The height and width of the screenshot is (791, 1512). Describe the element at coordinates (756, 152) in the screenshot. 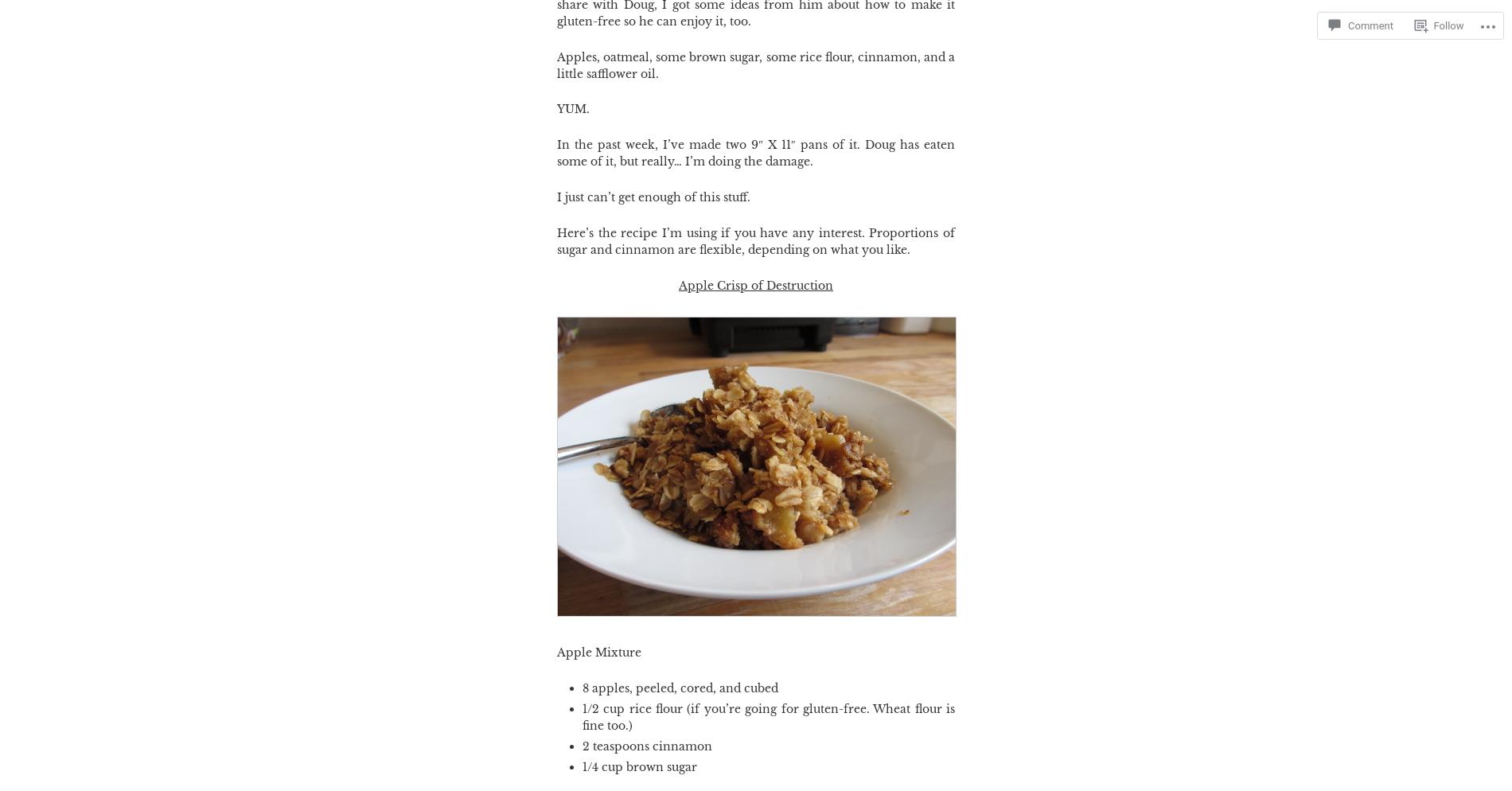

I see `'In the past week, I’ve made two 9″ X 11″ pans of it. Doug has eaten some of it, but really… I’m doing the damage.'` at that location.